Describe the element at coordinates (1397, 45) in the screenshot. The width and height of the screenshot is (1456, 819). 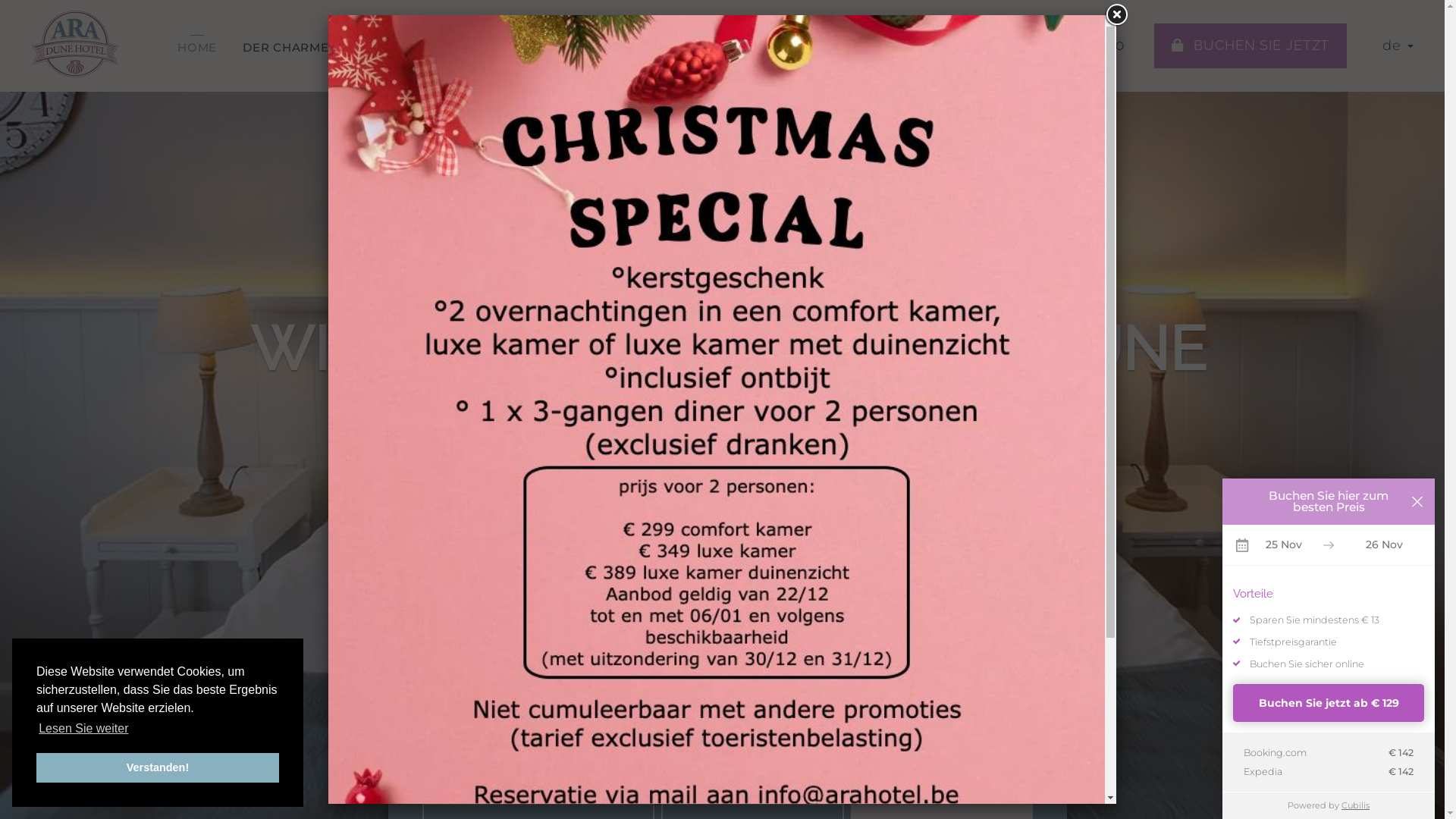
I see `'de'` at that location.